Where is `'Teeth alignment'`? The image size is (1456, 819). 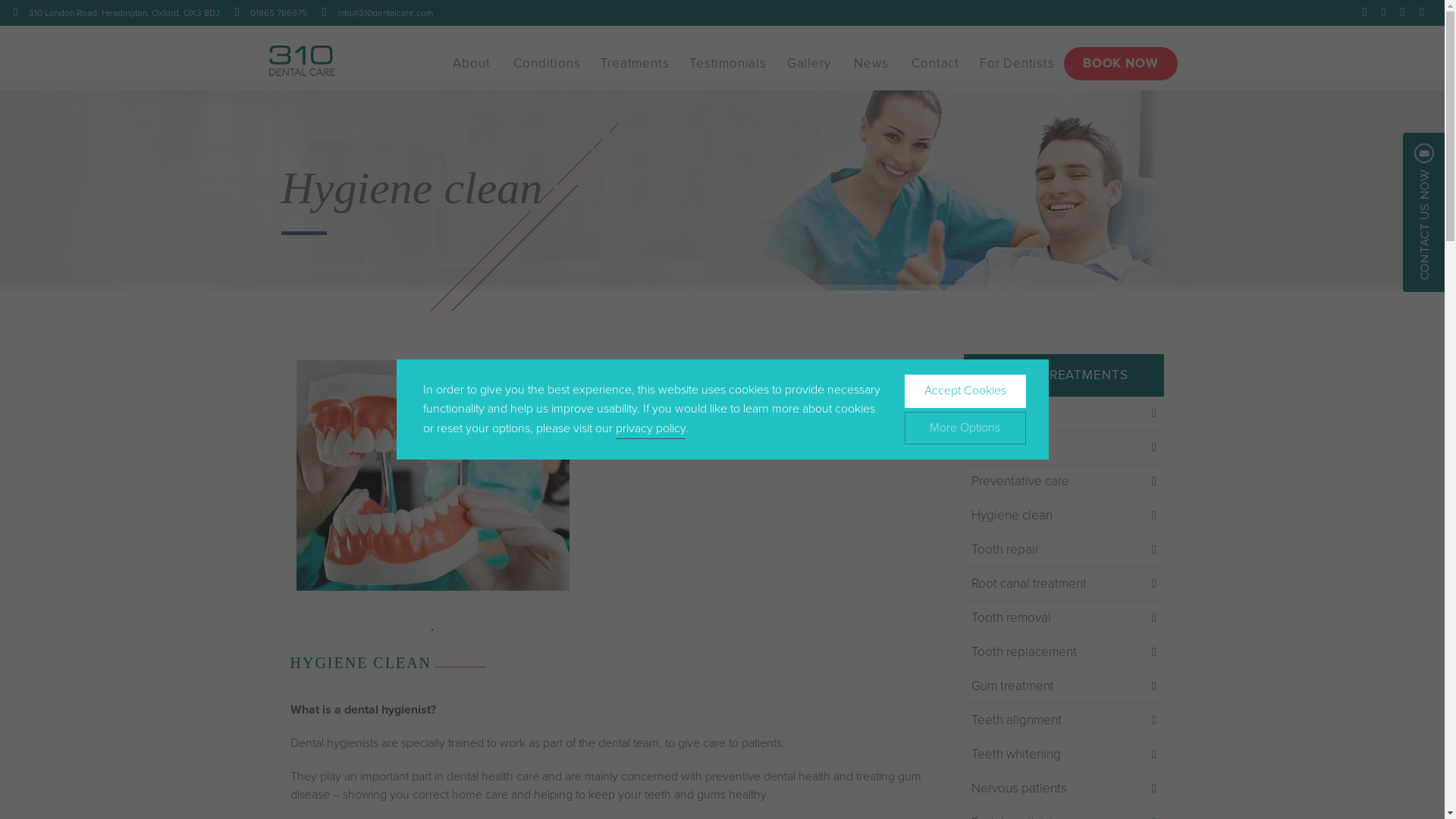
'Teeth alignment' is located at coordinates (1062, 720).